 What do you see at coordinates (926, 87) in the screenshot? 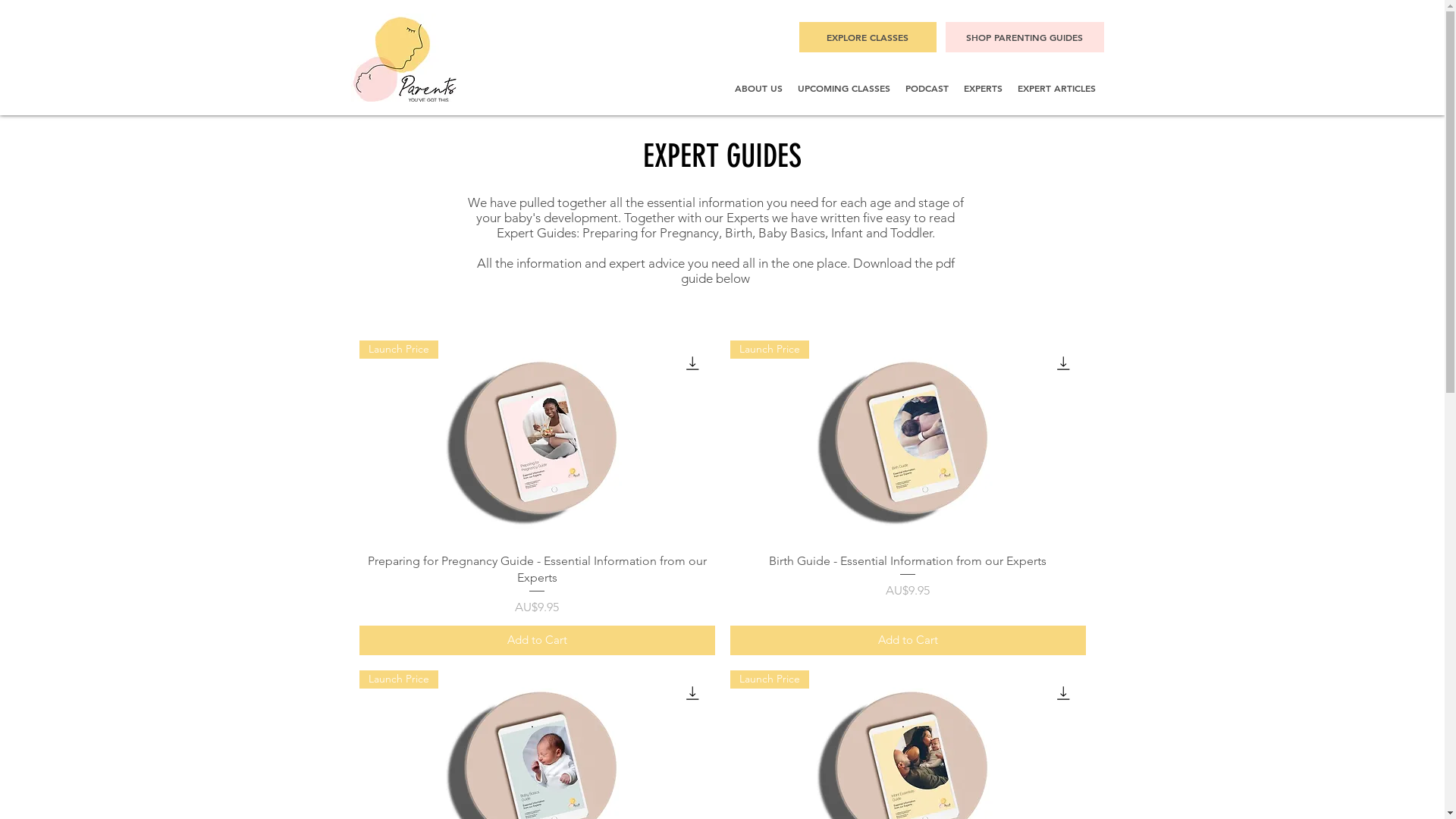
I see `'PODCAST'` at bounding box center [926, 87].